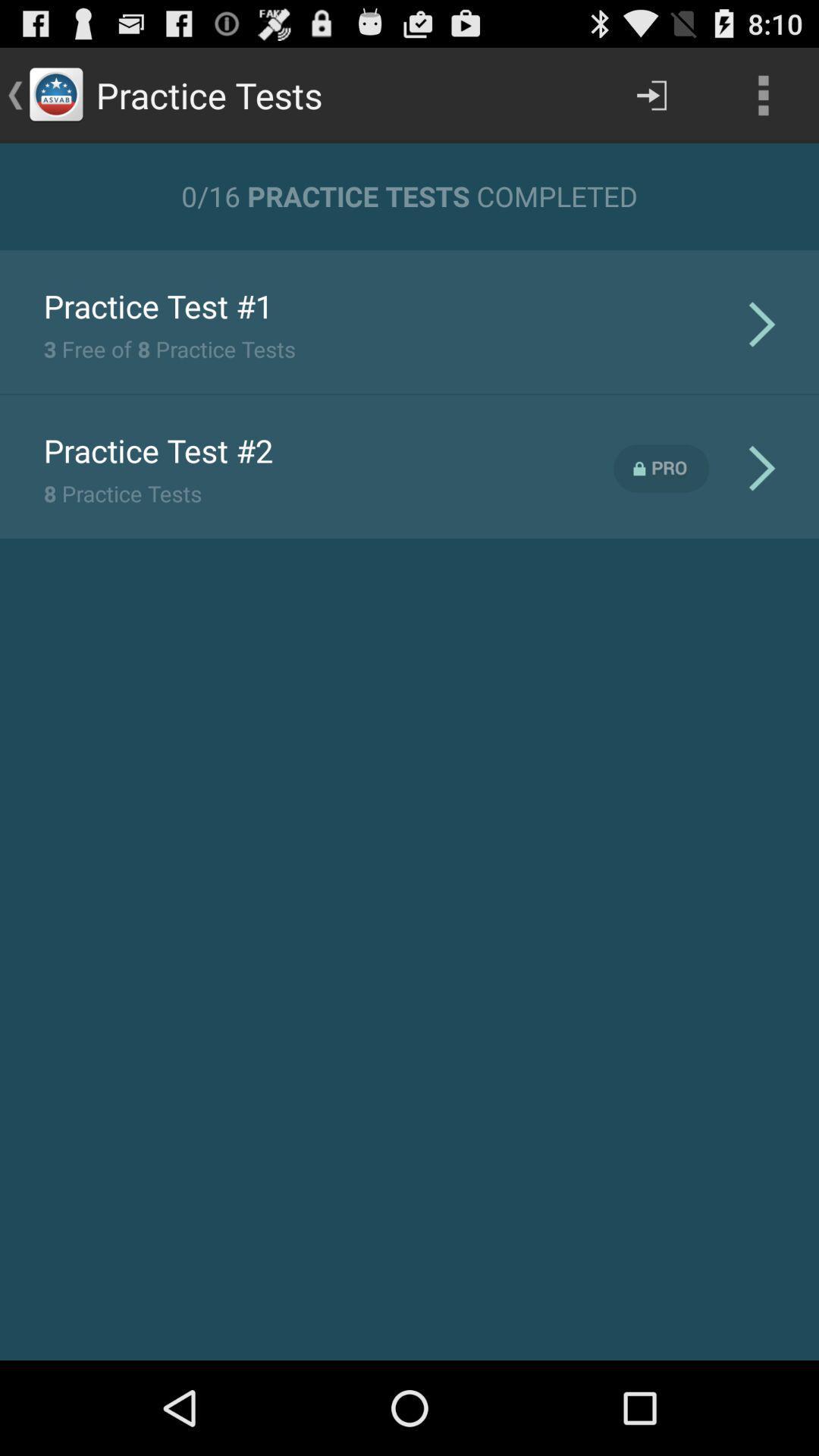 This screenshot has height=1456, width=819. What do you see at coordinates (409, 195) in the screenshot?
I see `0 16 practice icon` at bounding box center [409, 195].